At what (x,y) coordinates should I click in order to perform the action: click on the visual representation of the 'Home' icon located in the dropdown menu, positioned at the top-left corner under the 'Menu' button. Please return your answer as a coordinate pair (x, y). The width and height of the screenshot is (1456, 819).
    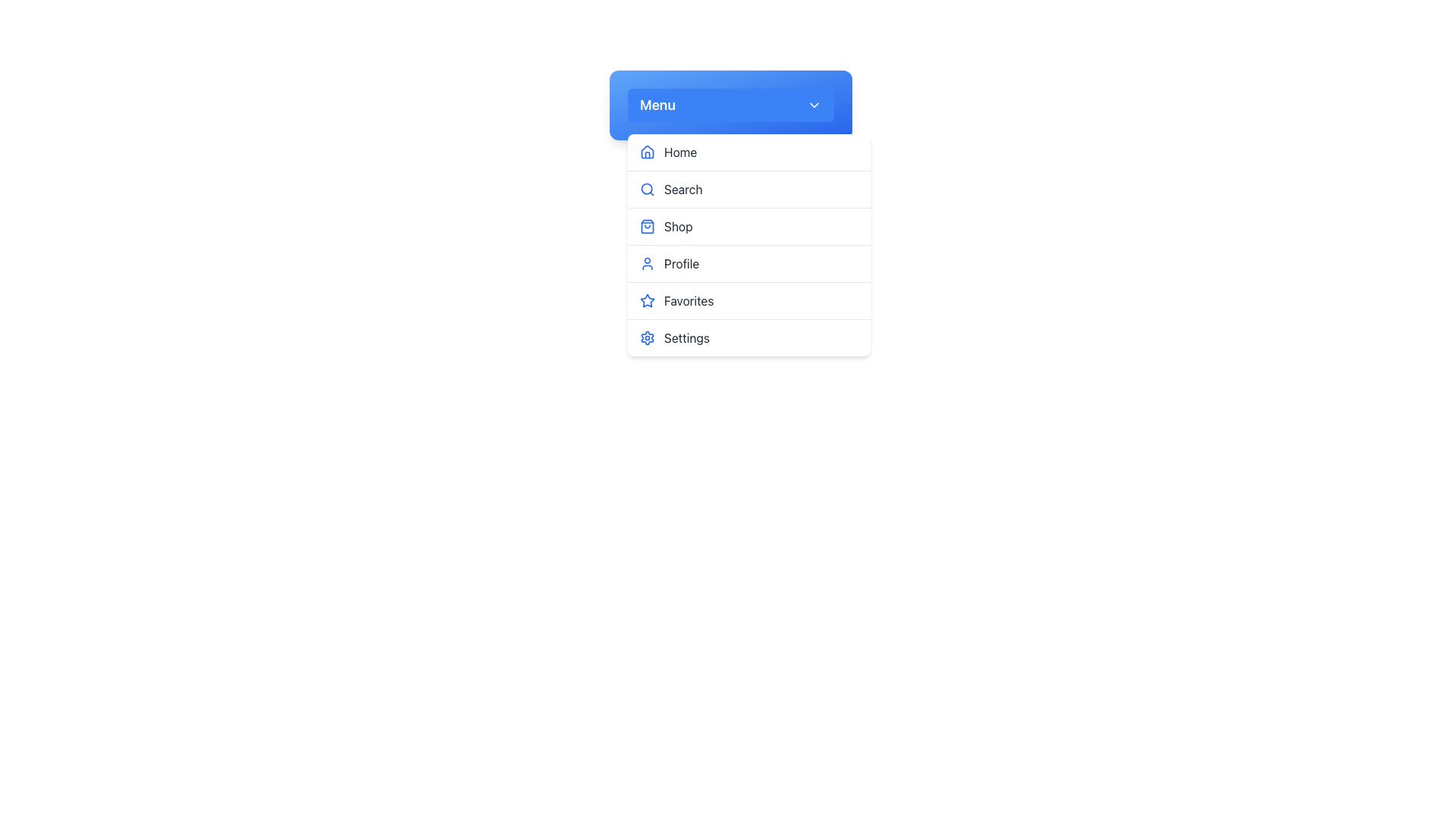
    Looking at the image, I should click on (648, 152).